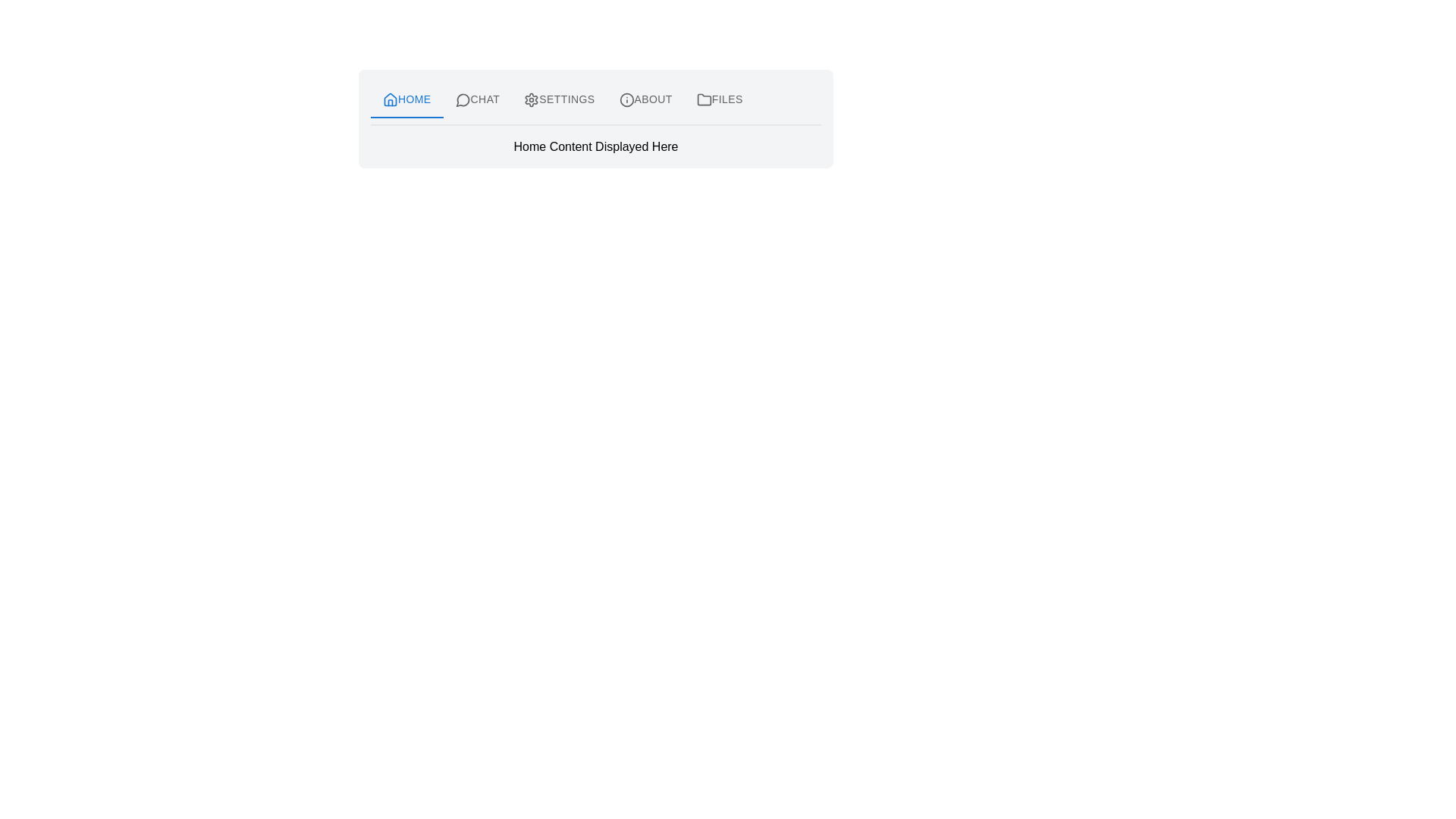  Describe the element at coordinates (476, 99) in the screenshot. I see `the 'Chat' tab button, which is the second tab in the navigation bar` at that location.